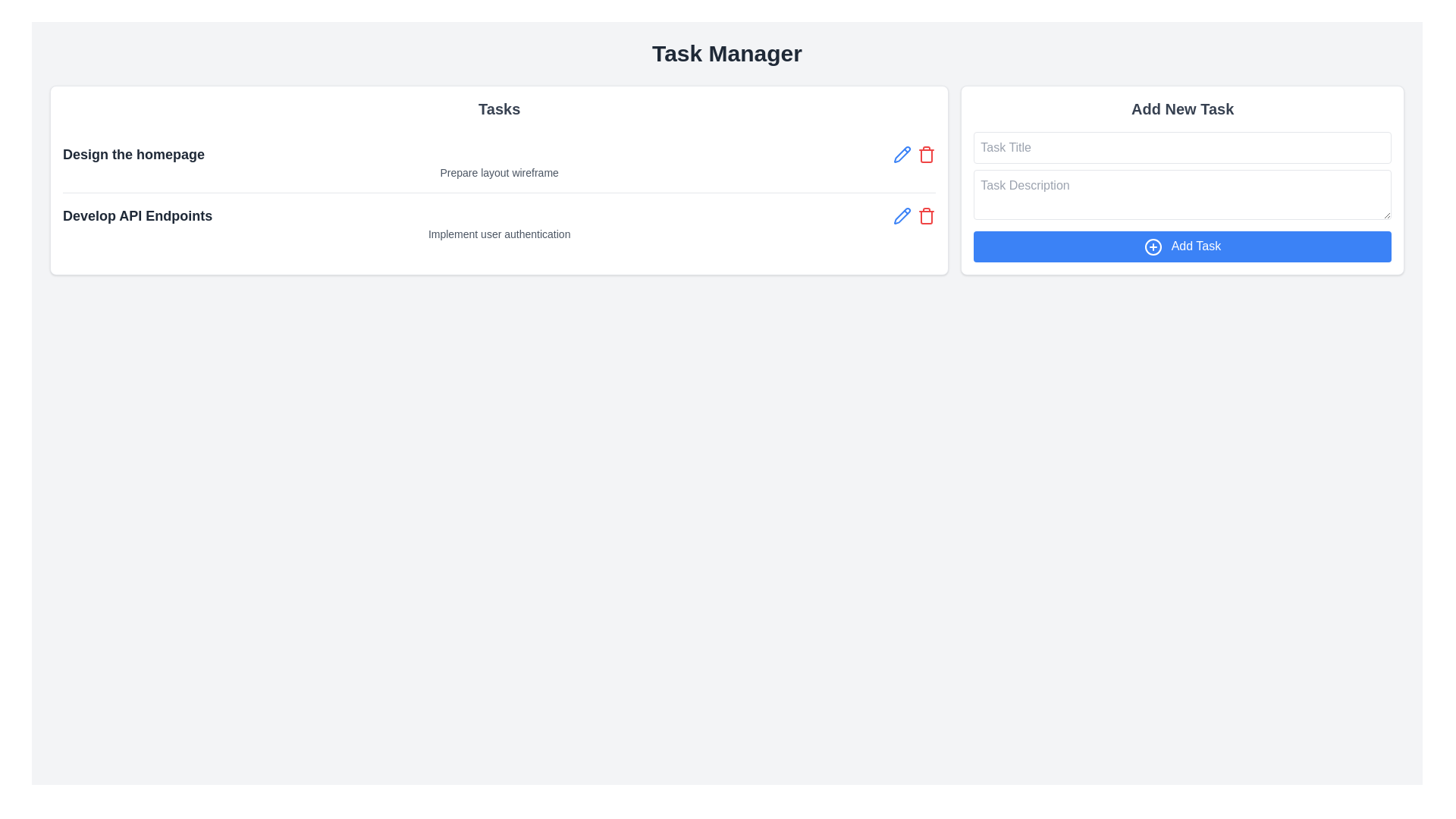 This screenshot has width=1456, height=819. Describe the element at coordinates (499, 234) in the screenshot. I see `text label 'Implement user authentication' positioned under the headline 'Develop API Endpoints' in the task description section of the left panel labeled 'Tasks'` at that location.